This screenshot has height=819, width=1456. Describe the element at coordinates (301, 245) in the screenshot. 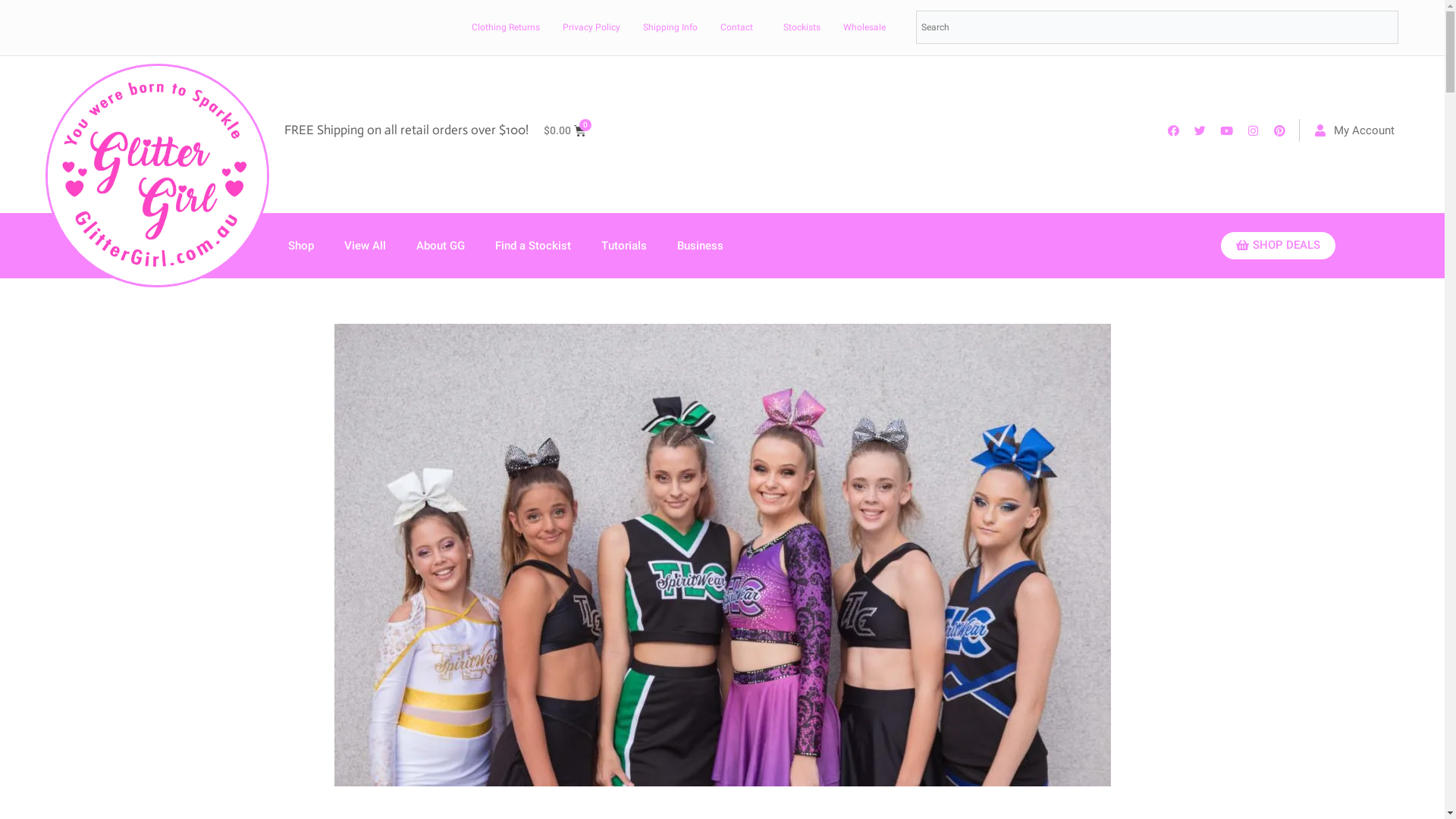

I see `'Shop'` at that location.